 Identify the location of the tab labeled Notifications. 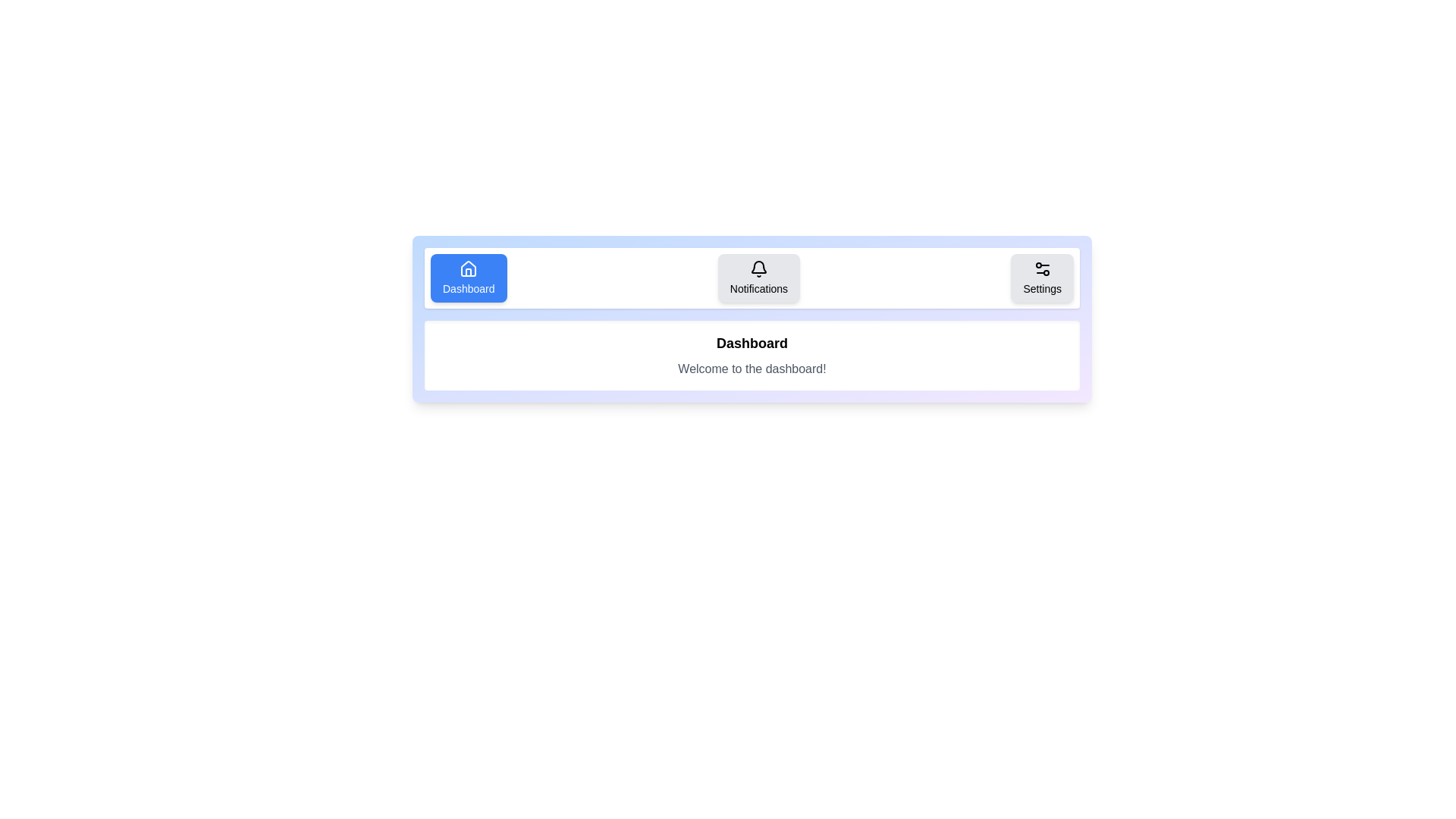
(758, 278).